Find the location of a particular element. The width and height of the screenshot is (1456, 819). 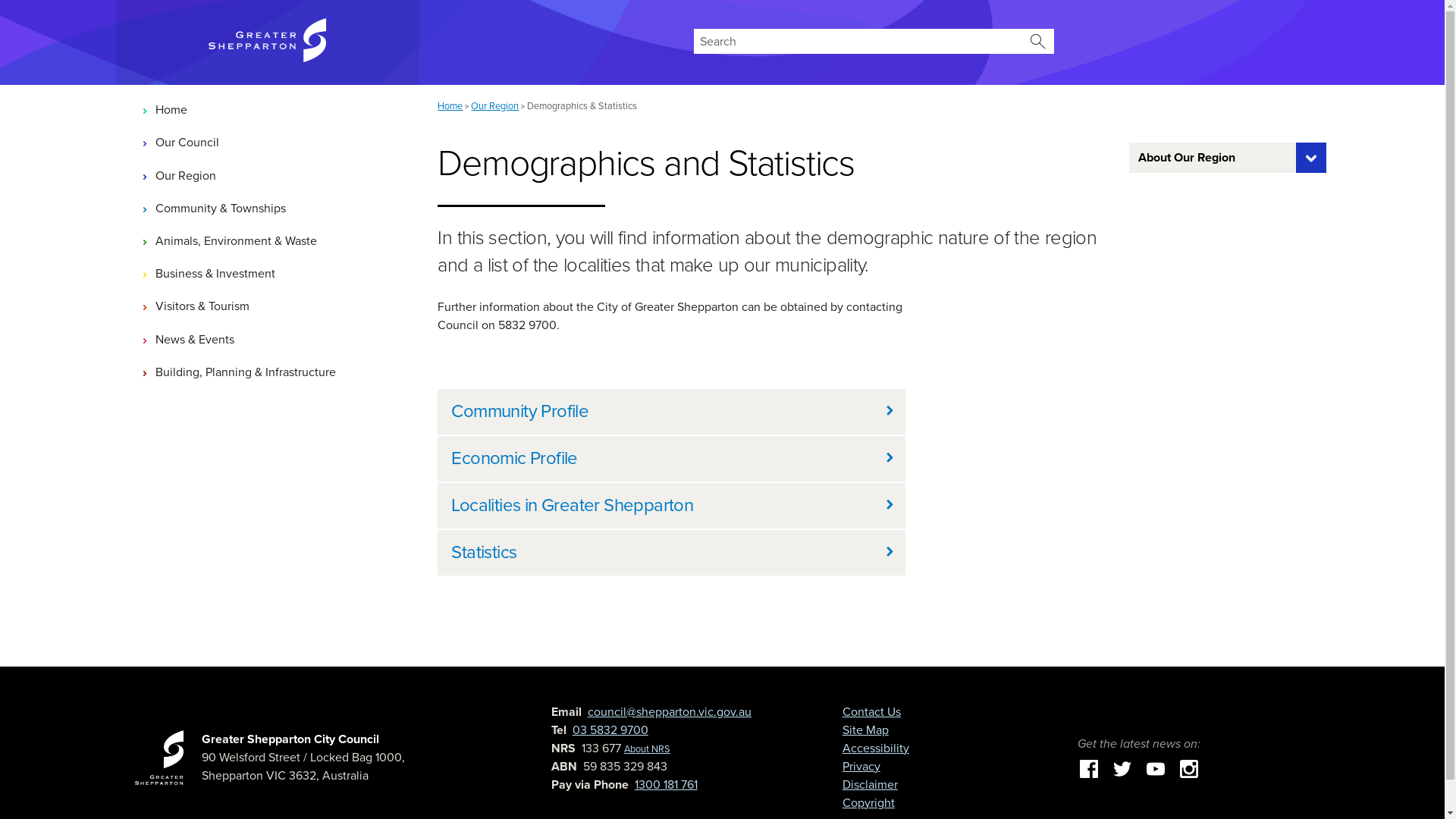

'Instagram' is located at coordinates (1188, 768).